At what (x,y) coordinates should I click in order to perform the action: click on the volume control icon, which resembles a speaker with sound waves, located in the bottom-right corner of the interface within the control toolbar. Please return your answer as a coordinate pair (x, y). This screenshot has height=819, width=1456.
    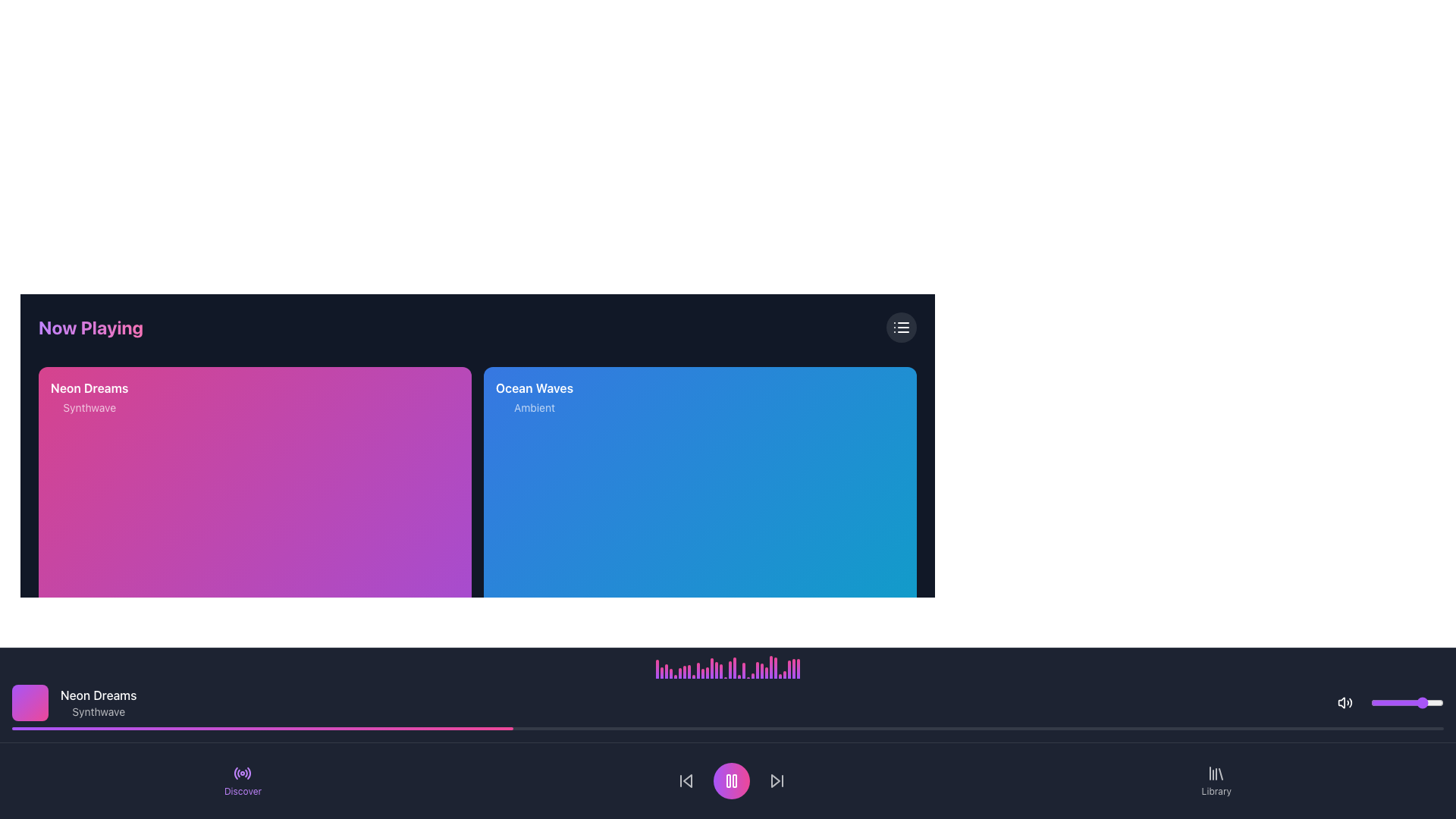
    Looking at the image, I should click on (1341, 702).